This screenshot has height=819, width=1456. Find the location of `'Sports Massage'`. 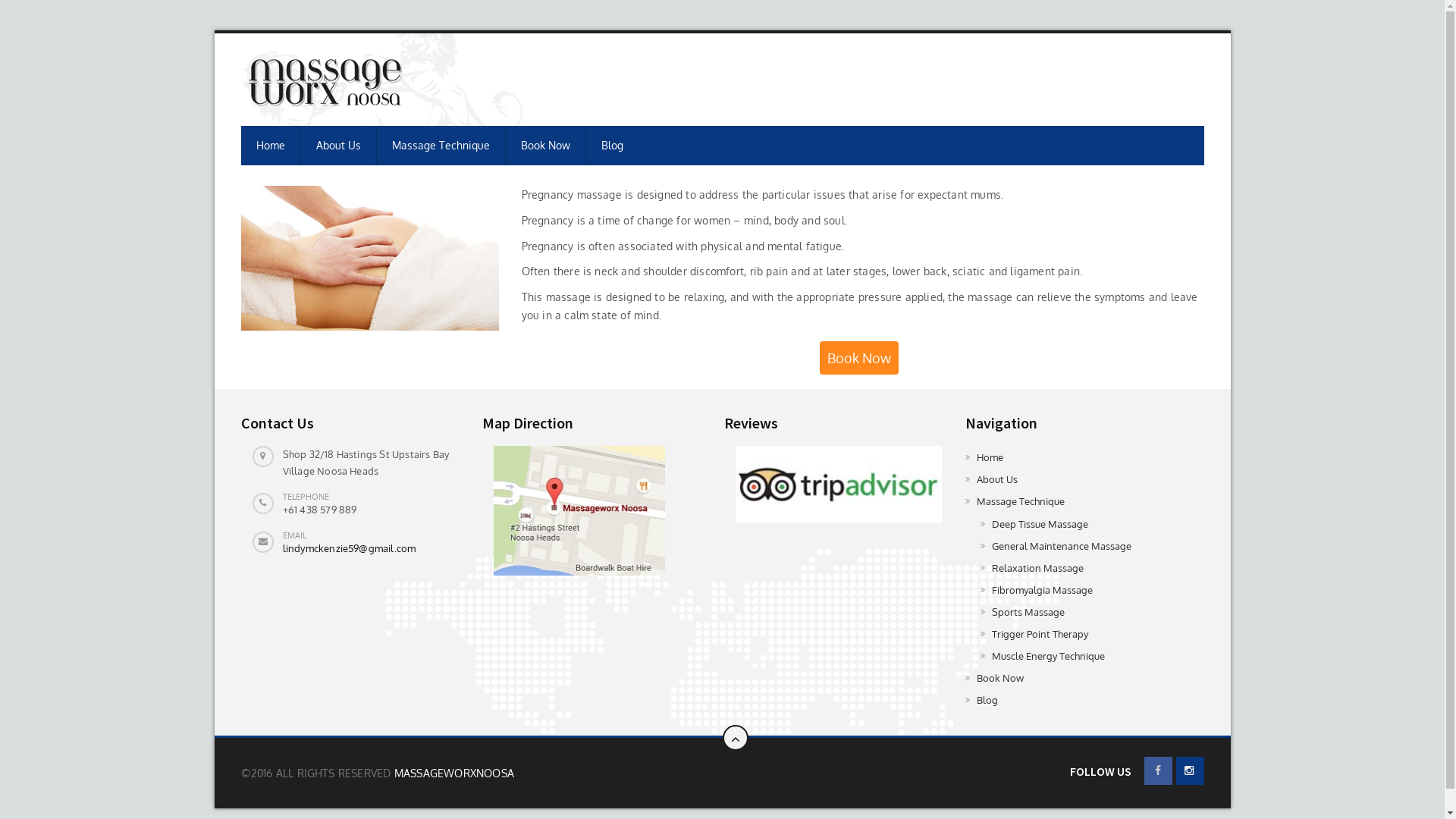

'Sports Massage' is located at coordinates (1087, 611).